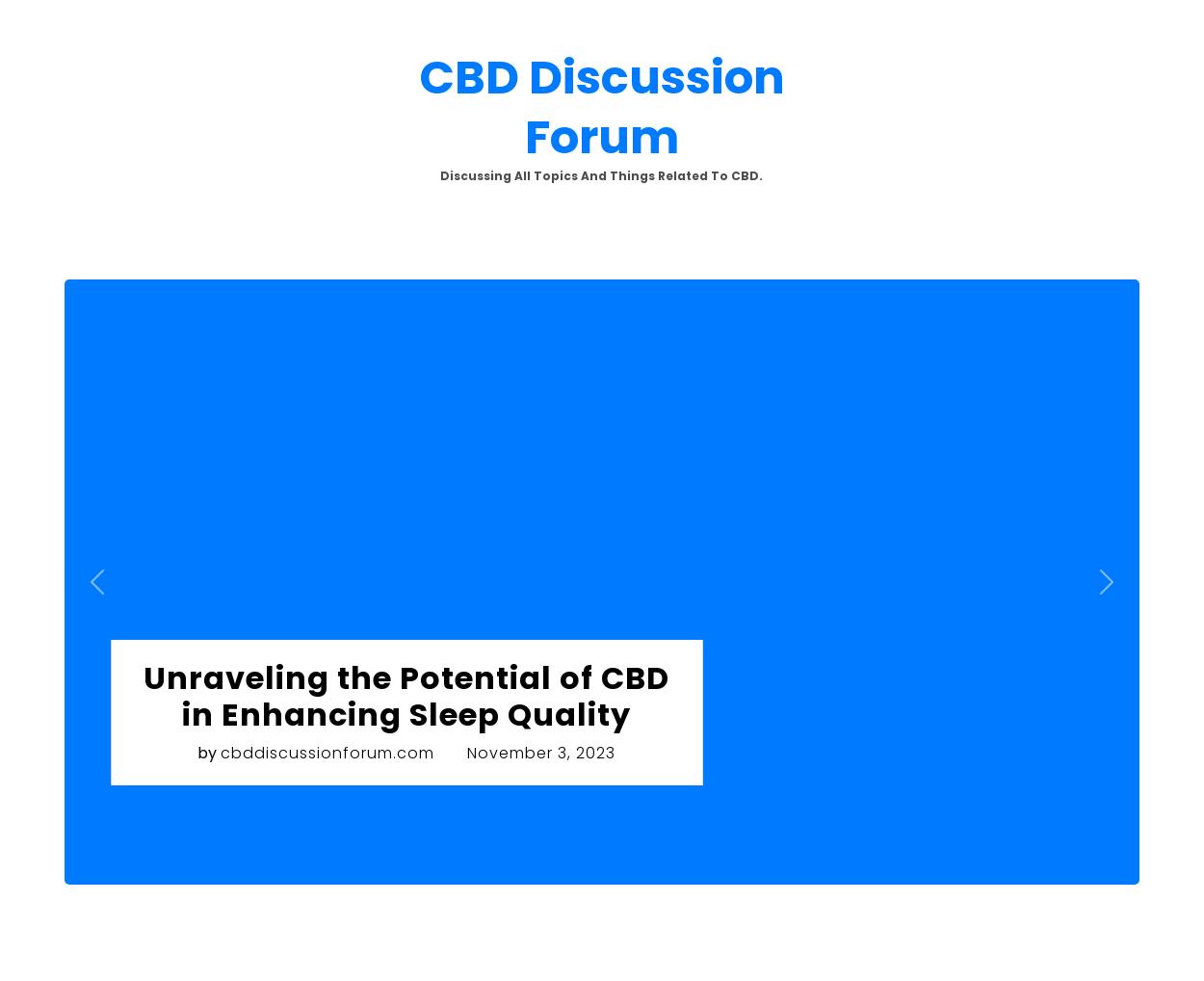 This screenshot has width=1204, height=981. What do you see at coordinates (91, 393) in the screenshot?
I see `'October 31, 2023'` at bounding box center [91, 393].